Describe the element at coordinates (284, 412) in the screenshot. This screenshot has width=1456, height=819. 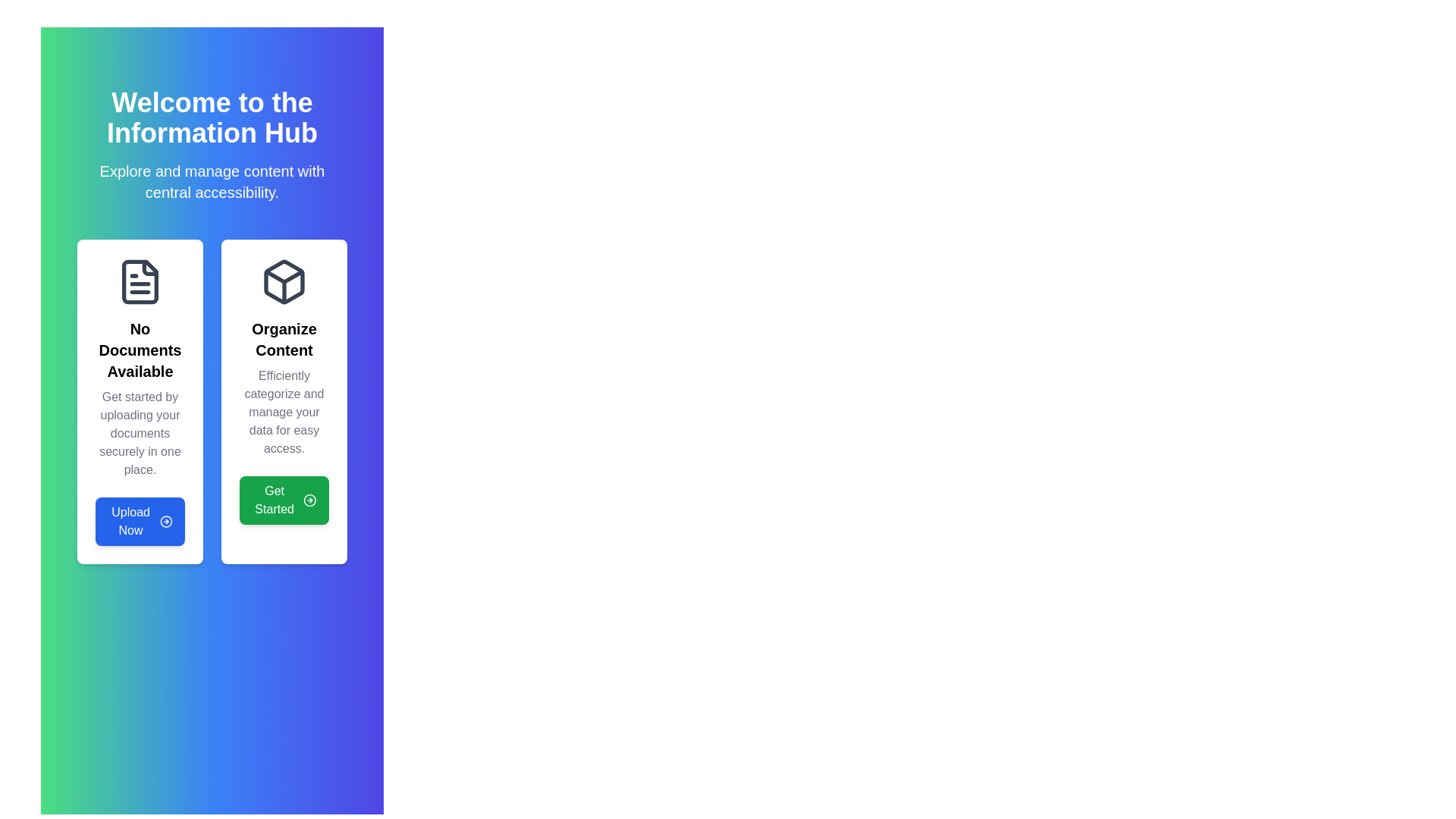
I see `the text label that reads 'Efficiently categorize and manage your data for easy access.' which is located below the title 'Organize Content' in the card UI component` at that location.